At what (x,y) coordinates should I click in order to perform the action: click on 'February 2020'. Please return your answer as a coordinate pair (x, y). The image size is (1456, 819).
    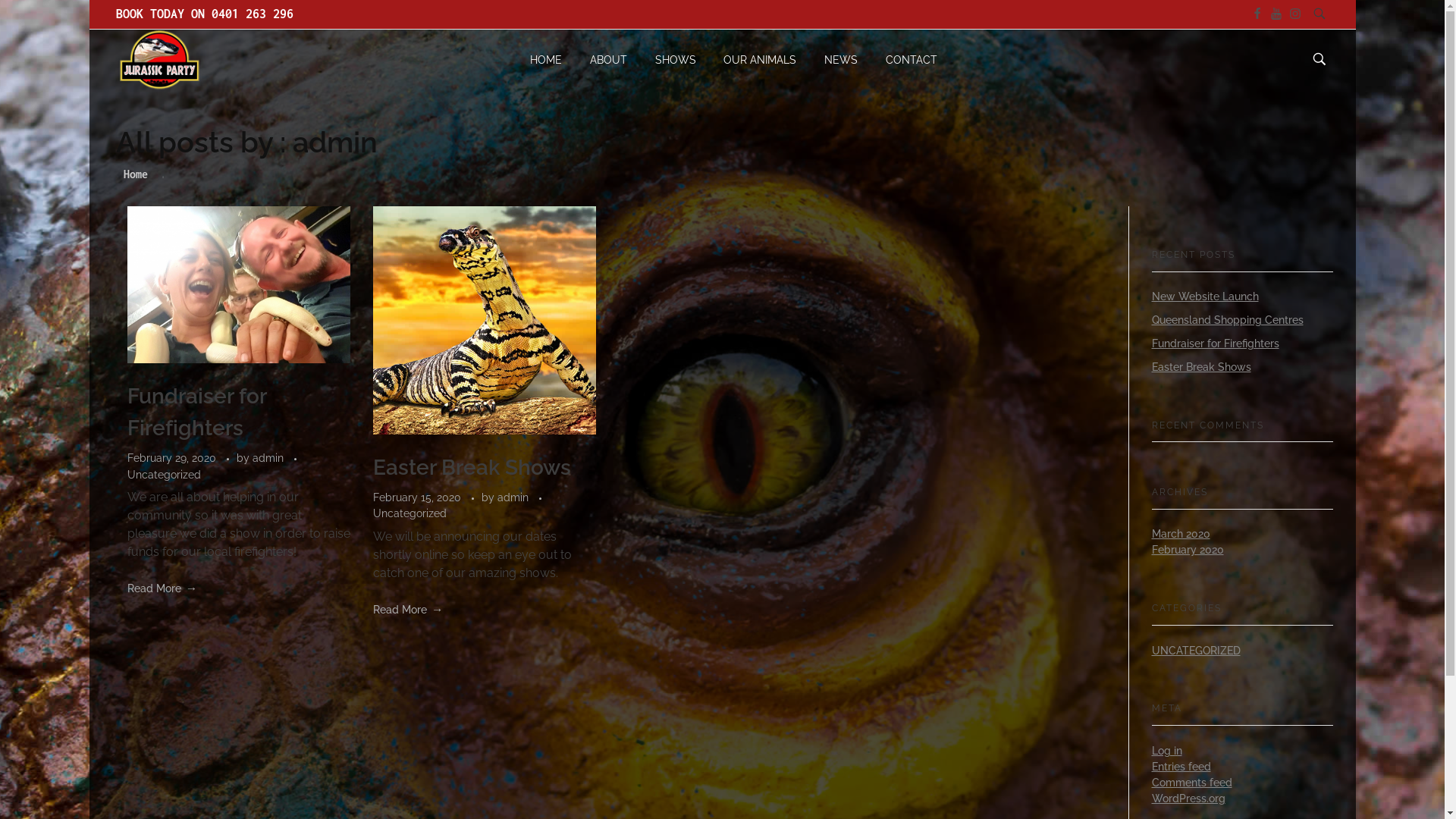
    Looking at the image, I should click on (1150, 550).